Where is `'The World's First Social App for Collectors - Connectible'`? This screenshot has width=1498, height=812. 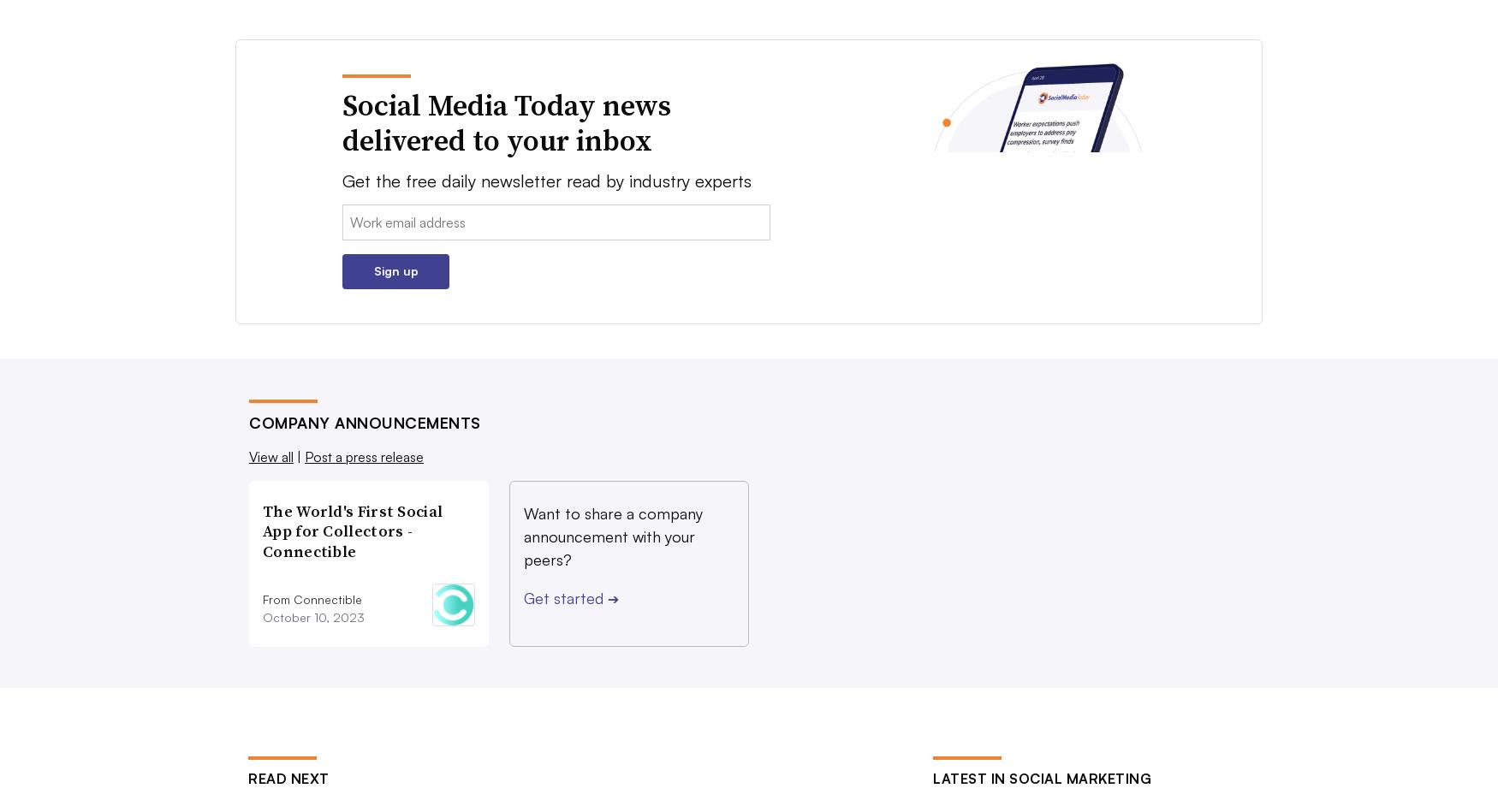 'The World's First Social App for Collectors - Connectible' is located at coordinates (261, 530).